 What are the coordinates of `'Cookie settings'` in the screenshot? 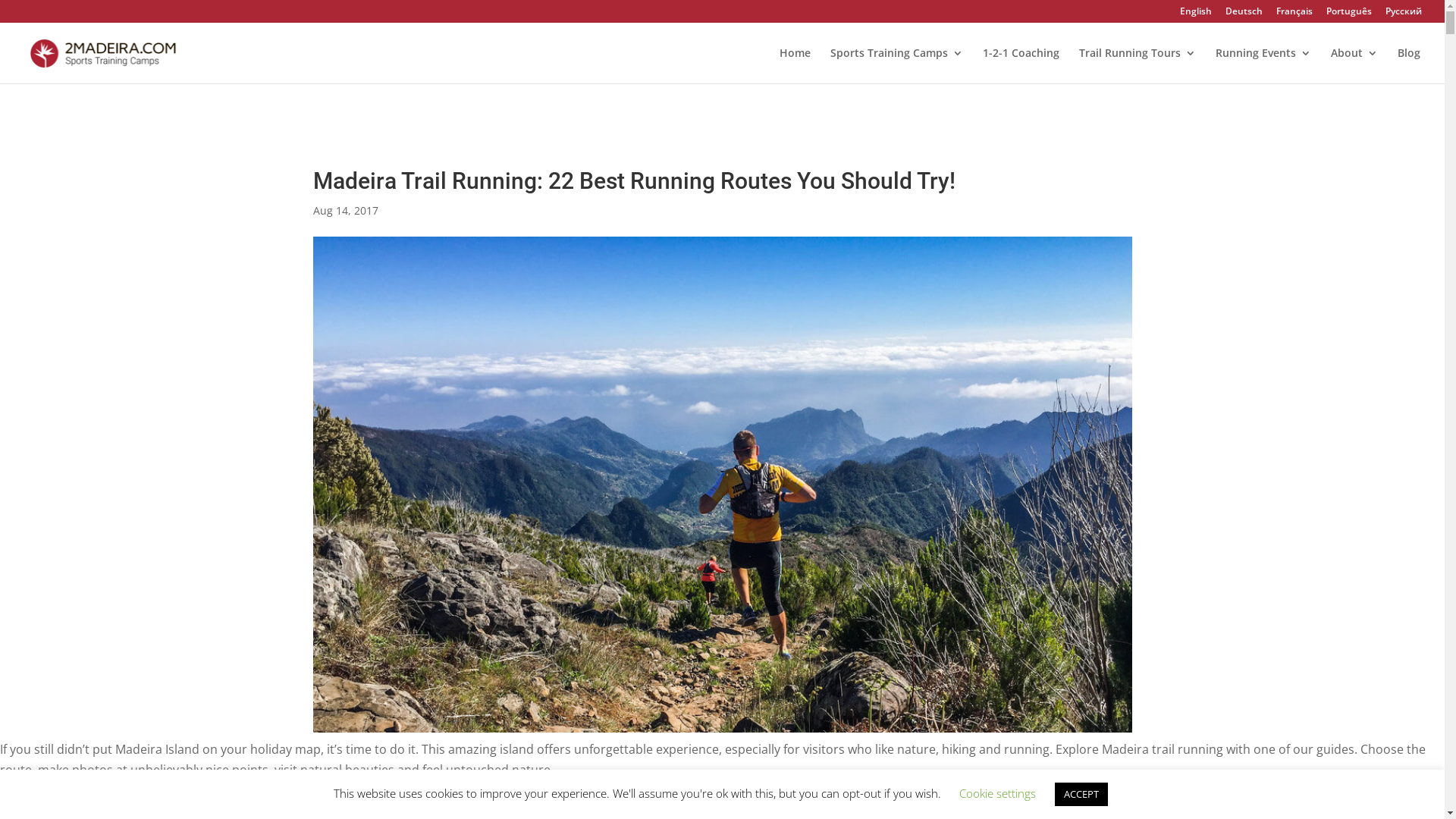 It's located at (996, 792).